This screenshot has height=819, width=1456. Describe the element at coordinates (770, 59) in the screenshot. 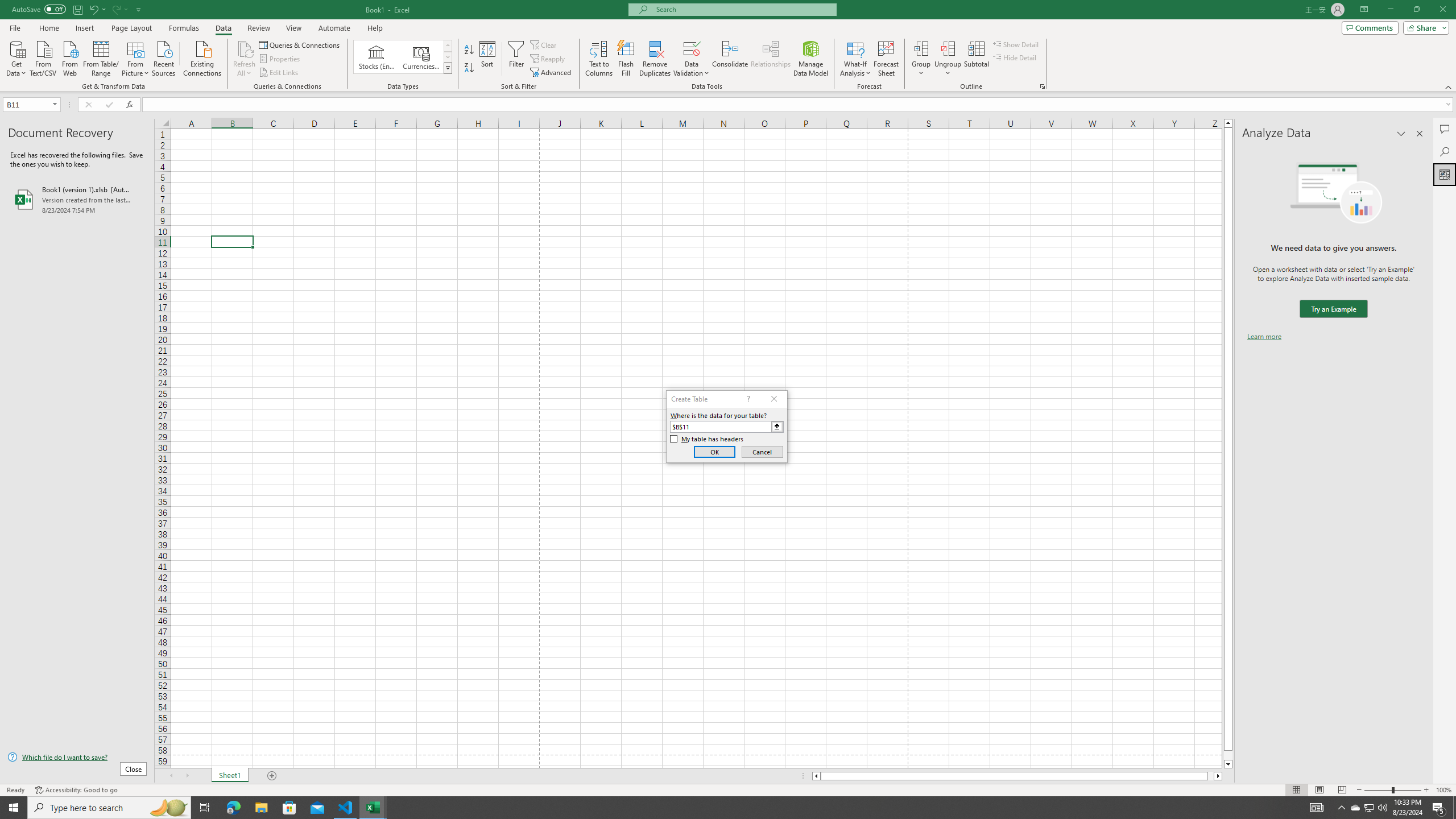

I see `'Relationships'` at that location.